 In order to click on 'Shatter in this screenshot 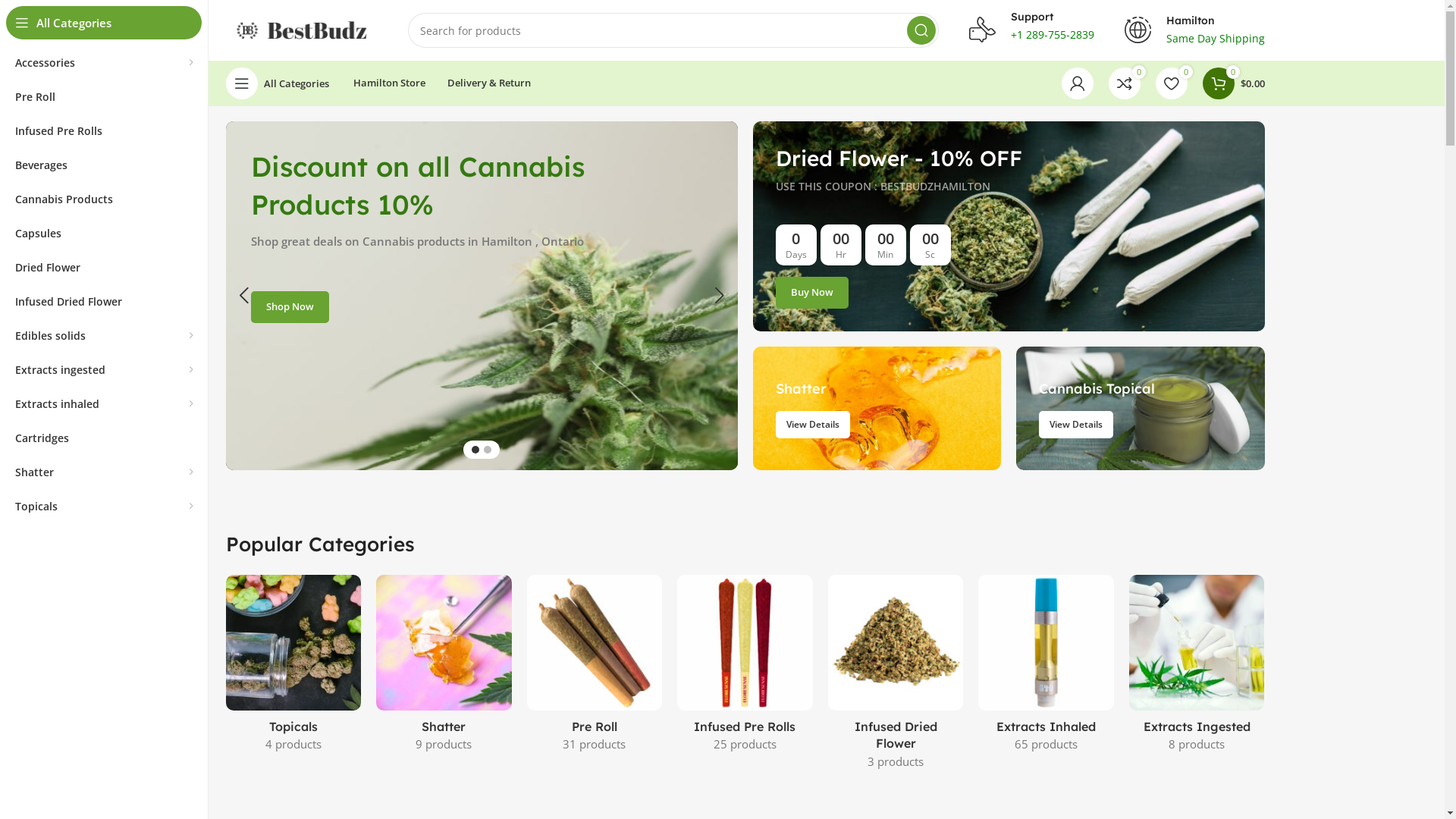, I will do `click(877, 407)`.